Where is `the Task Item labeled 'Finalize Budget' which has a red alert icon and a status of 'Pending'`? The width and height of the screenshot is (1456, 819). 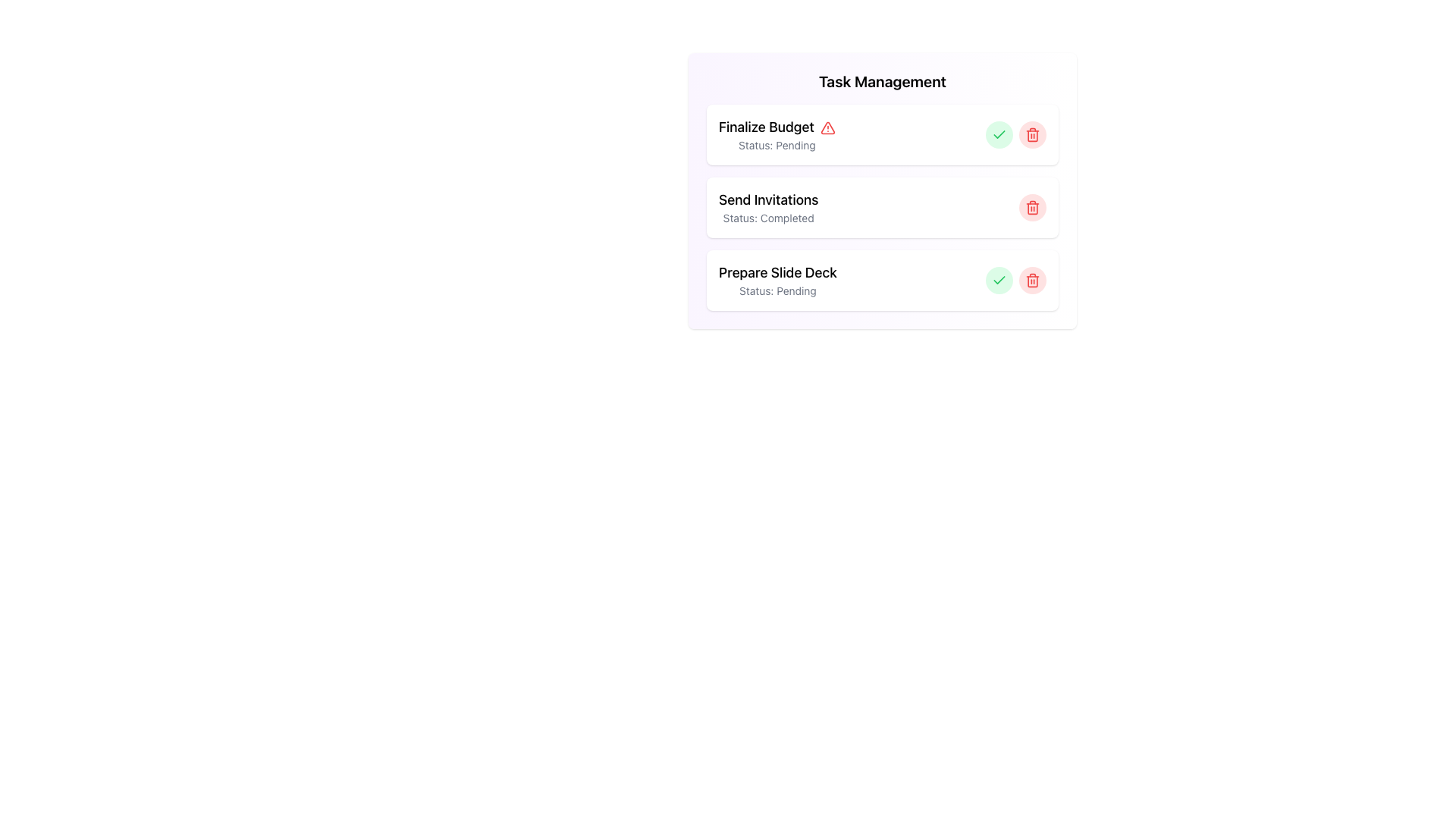
the Task Item labeled 'Finalize Budget' which has a red alert icon and a status of 'Pending' is located at coordinates (882, 133).